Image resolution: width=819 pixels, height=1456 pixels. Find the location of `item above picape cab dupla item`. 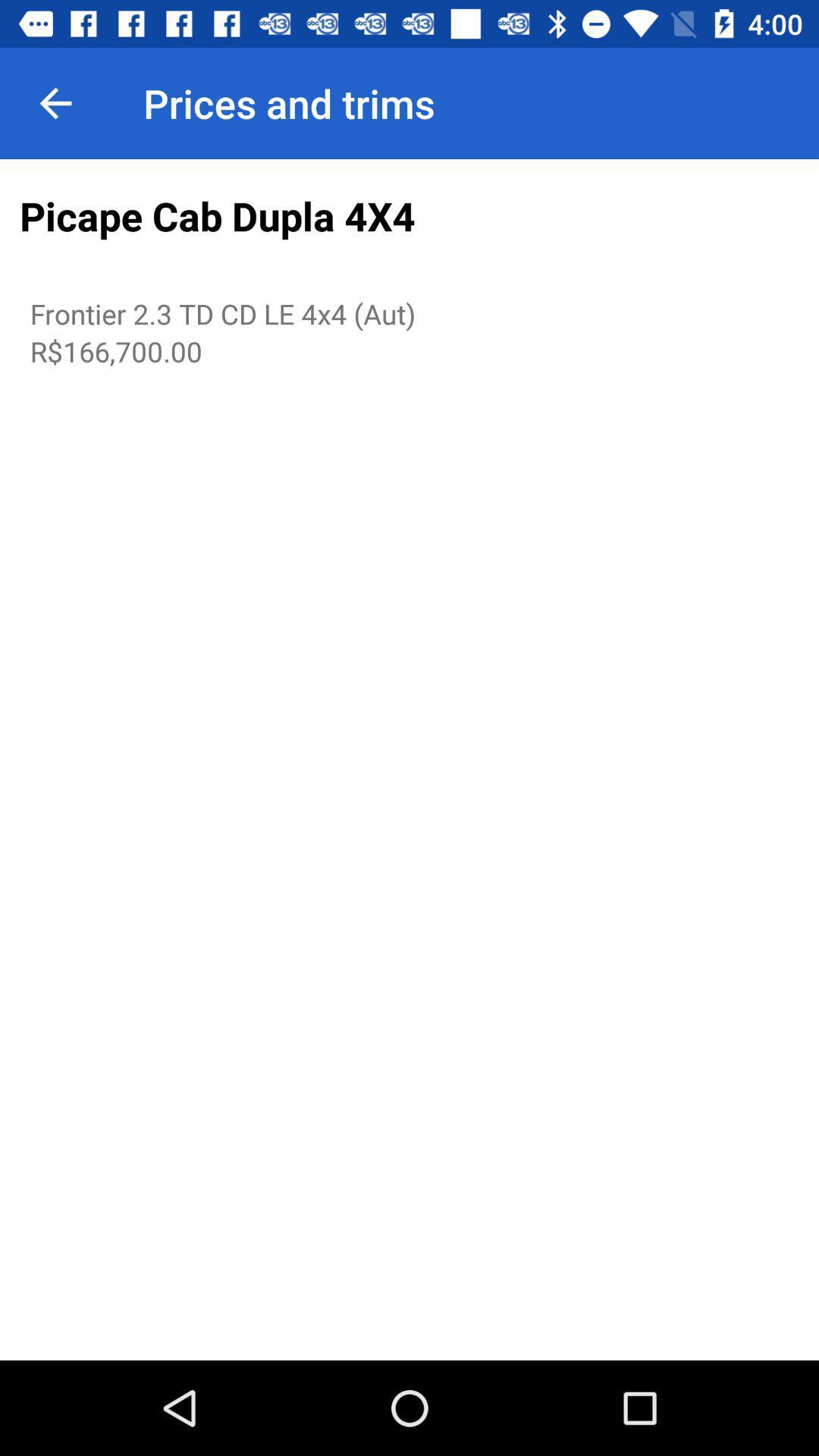

item above picape cab dupla item is located at coordinates (55, 102).